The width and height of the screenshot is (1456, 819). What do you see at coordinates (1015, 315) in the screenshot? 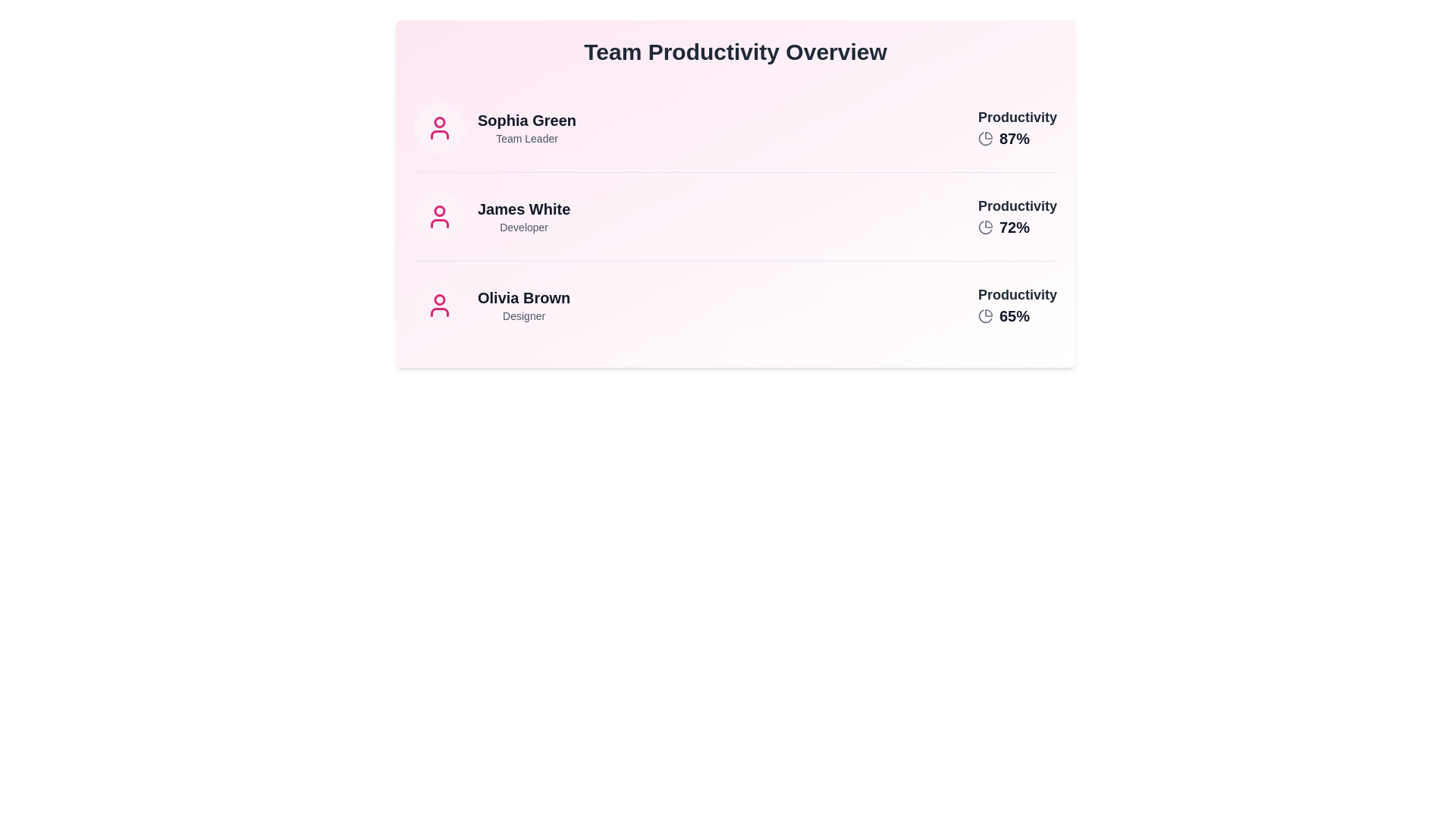
I see `the '65%' text display in the 'Productivity' column of the 'Team Productivity Overview' grid` at bounding box center [1015, 315].